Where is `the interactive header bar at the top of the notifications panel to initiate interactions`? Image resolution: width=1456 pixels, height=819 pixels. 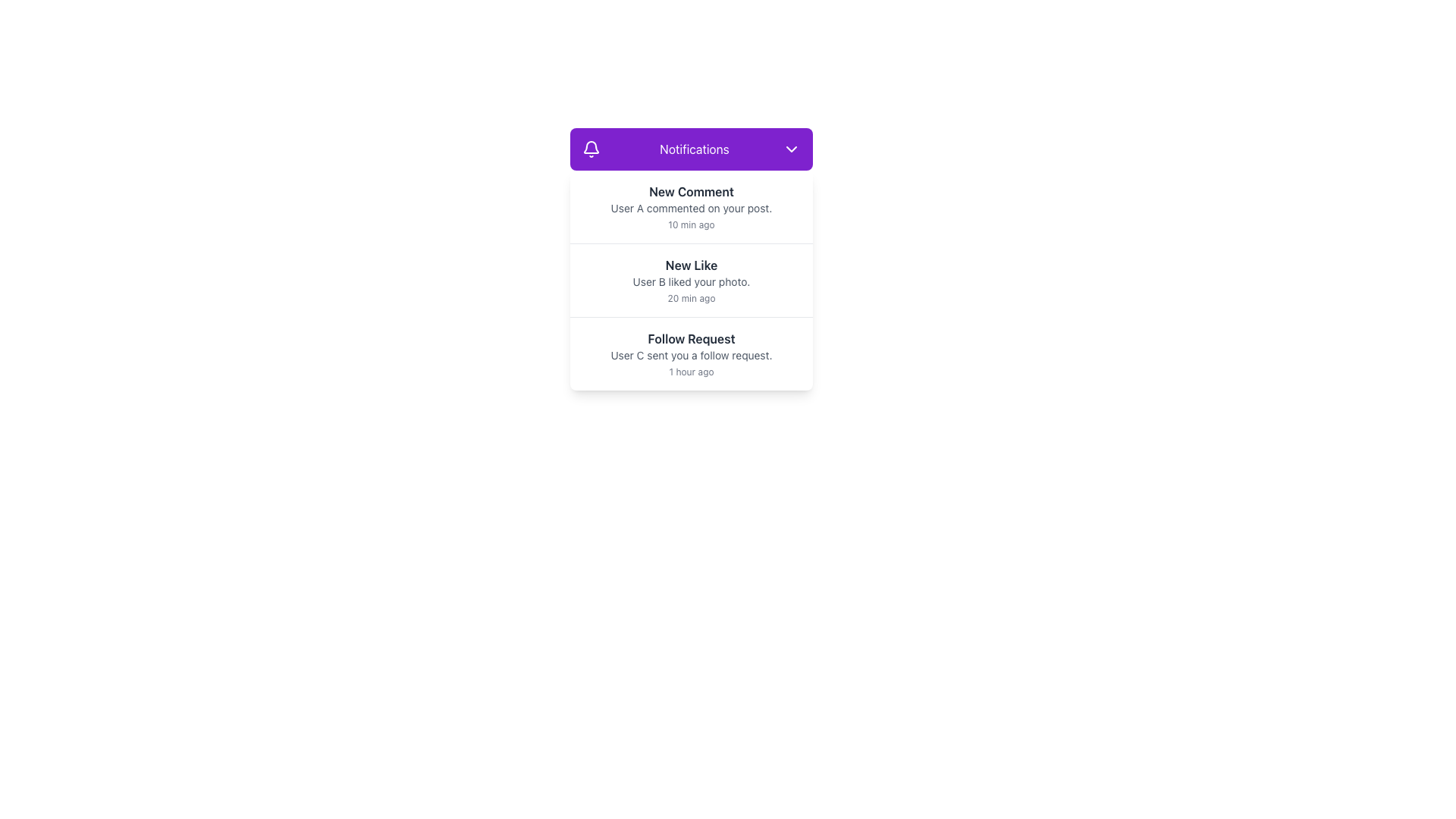 the interactive header bar at the top of the notifications panel to initiate interactions is located at coordinates (691, 149).